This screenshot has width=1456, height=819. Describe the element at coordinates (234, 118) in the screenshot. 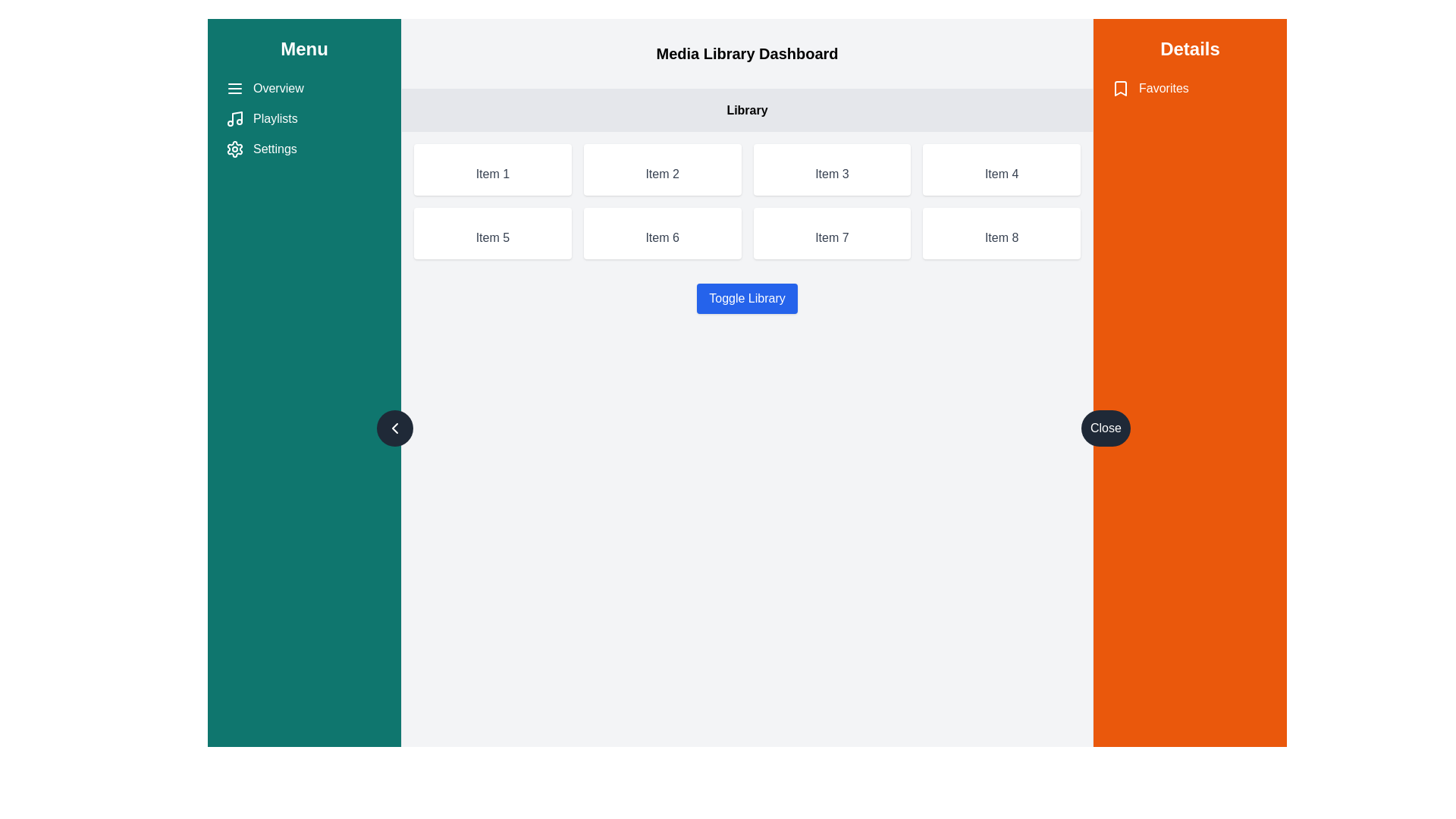

I see `the 'Playlists' icon` at that location.